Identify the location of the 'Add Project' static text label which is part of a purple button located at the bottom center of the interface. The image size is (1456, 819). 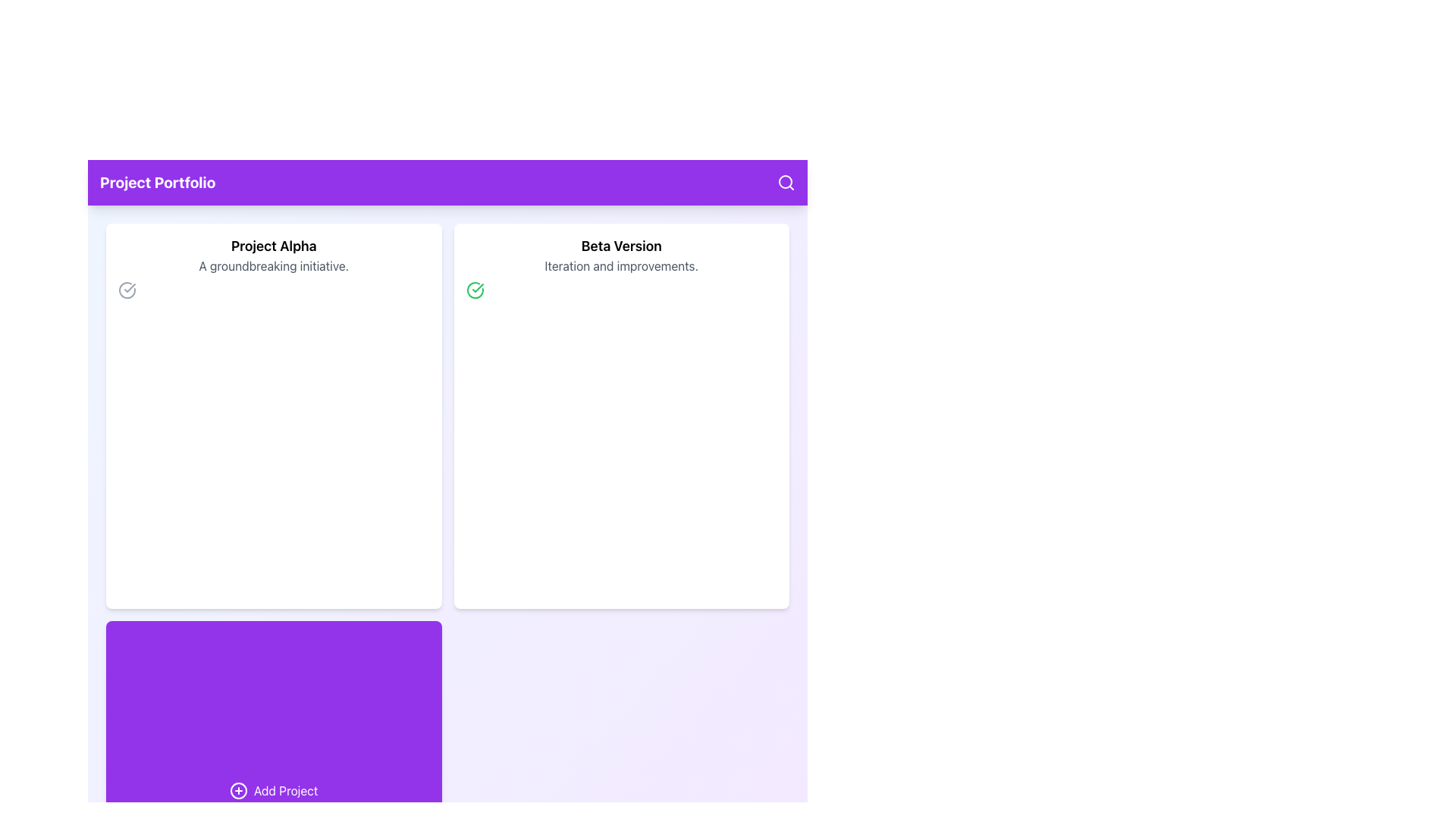
(286, 789).